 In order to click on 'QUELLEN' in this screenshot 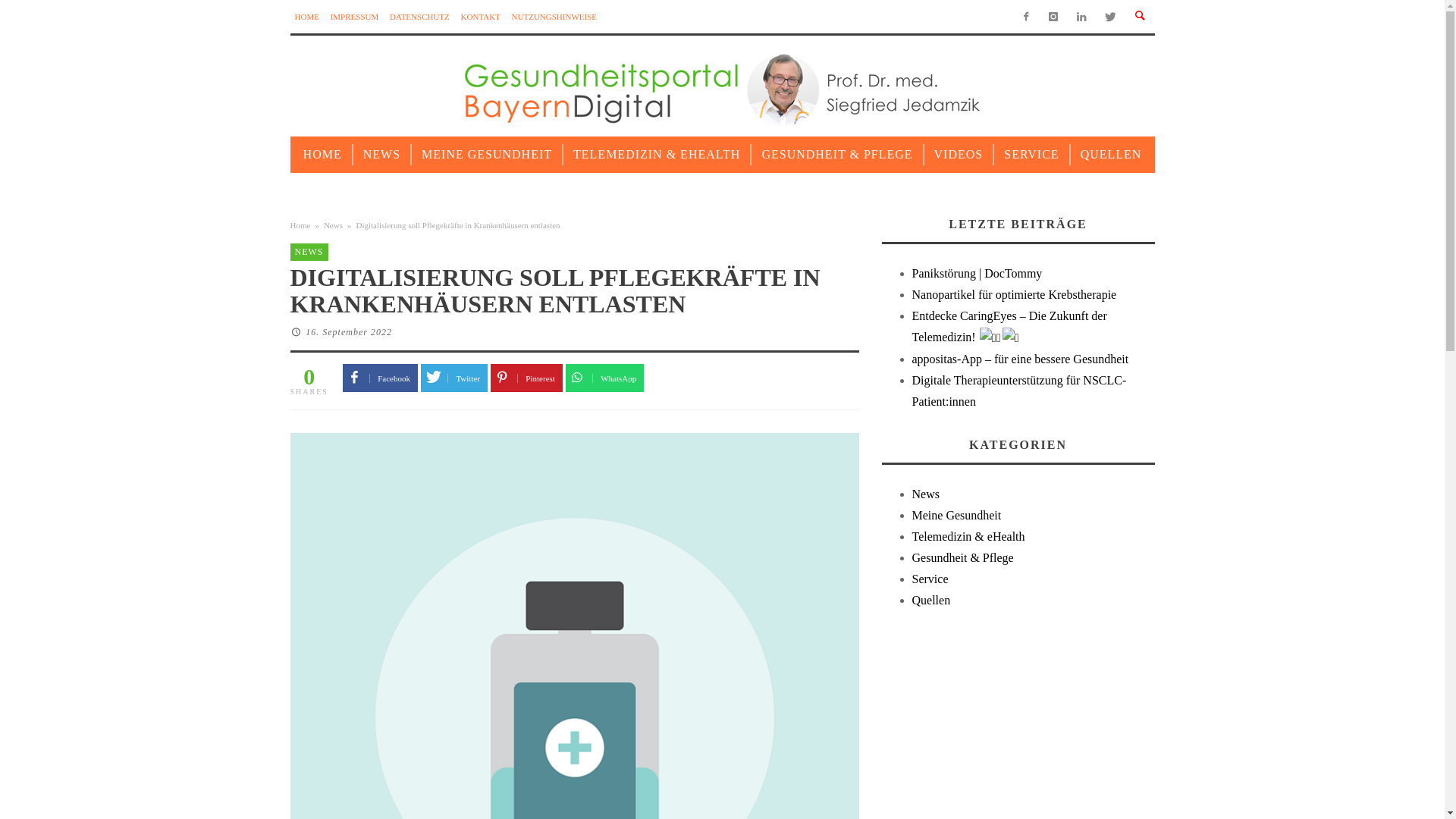, I will do `click(1111, 155)`.